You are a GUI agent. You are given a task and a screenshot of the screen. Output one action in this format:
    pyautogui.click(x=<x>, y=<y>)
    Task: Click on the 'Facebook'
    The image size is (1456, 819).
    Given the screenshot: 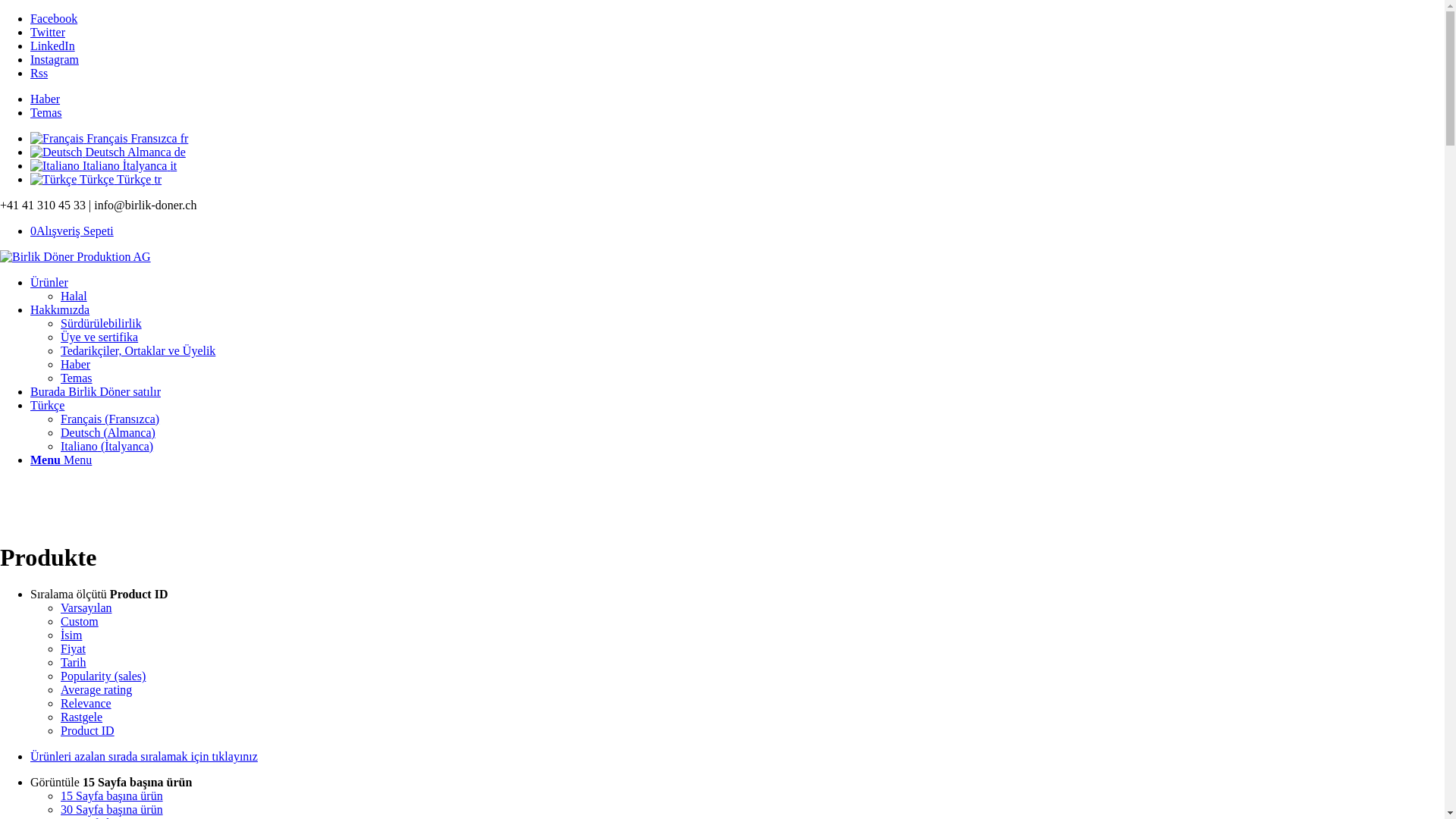 What is the action you would take?
    pyautogui.click(x=54, y=18)
    